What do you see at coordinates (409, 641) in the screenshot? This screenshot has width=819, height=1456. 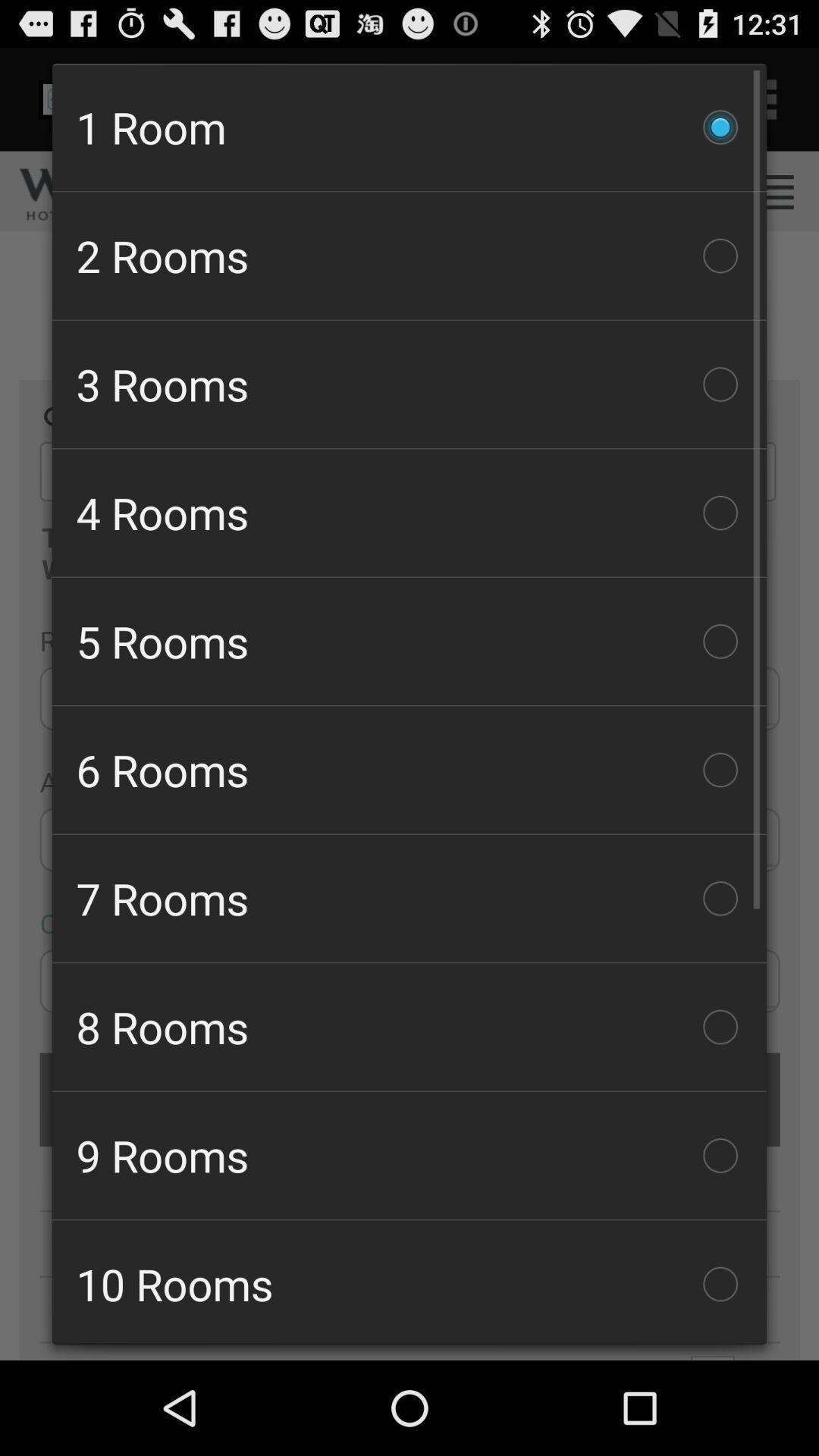 I see `checkbox below 4 rooms icon` at bounding box center [409, 641].